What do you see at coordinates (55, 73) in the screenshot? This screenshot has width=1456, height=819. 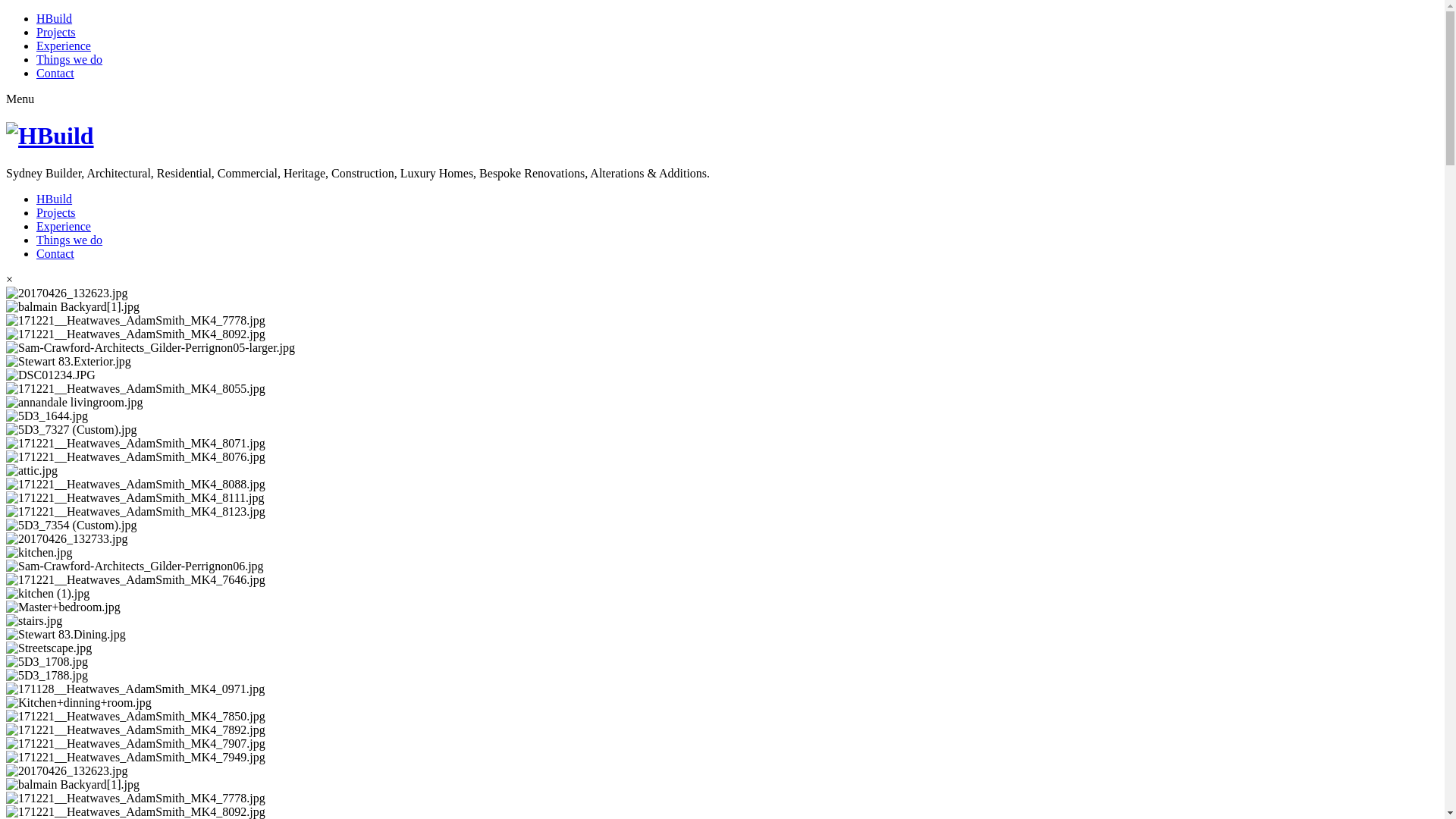 I see `'Contact'` at bounding box center [55, 73].